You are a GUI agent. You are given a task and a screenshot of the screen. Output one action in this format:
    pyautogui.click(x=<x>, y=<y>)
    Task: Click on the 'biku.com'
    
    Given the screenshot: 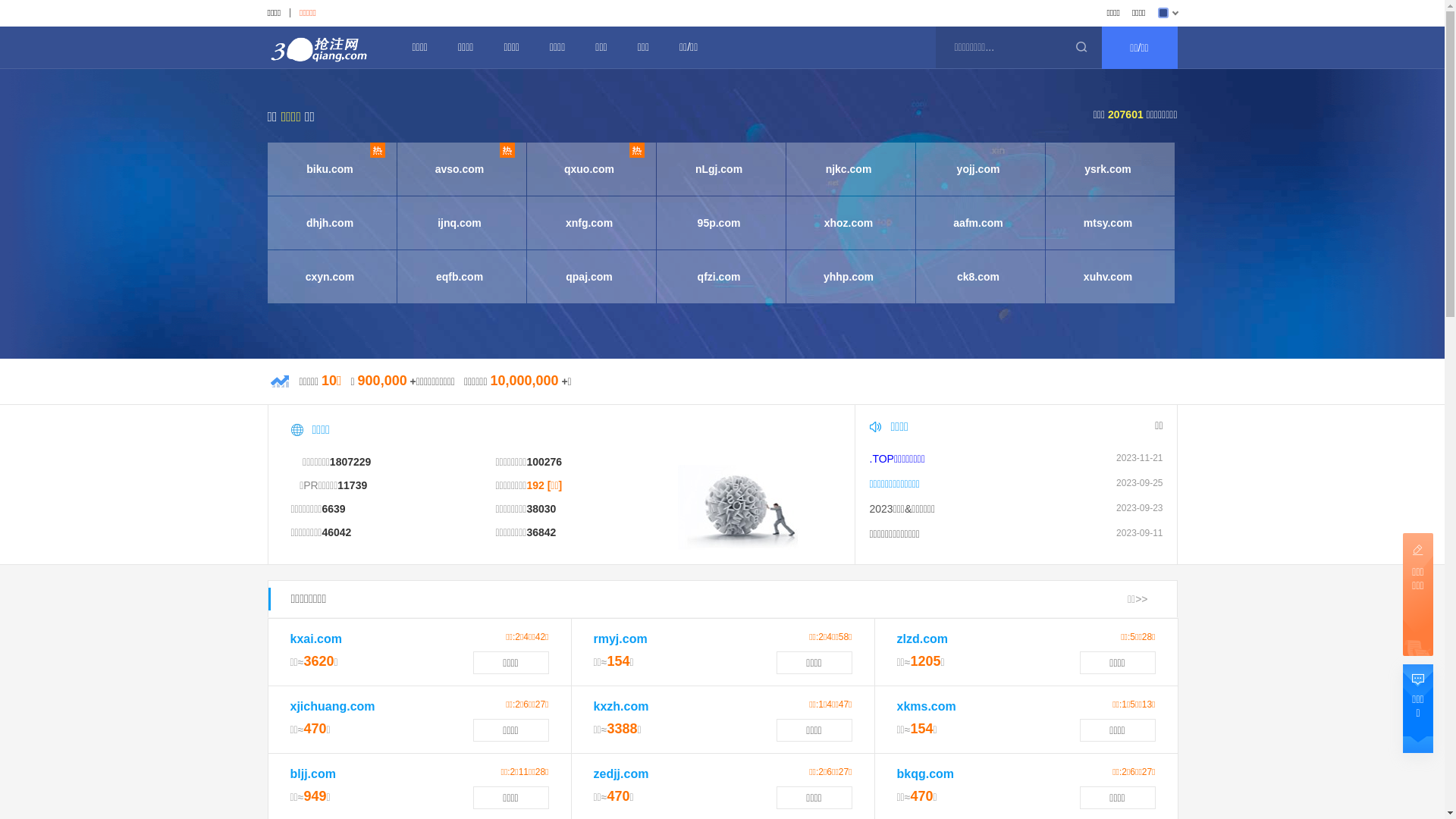 What is the action you would take?
    pyautogui.click(x=328, y=169)
    